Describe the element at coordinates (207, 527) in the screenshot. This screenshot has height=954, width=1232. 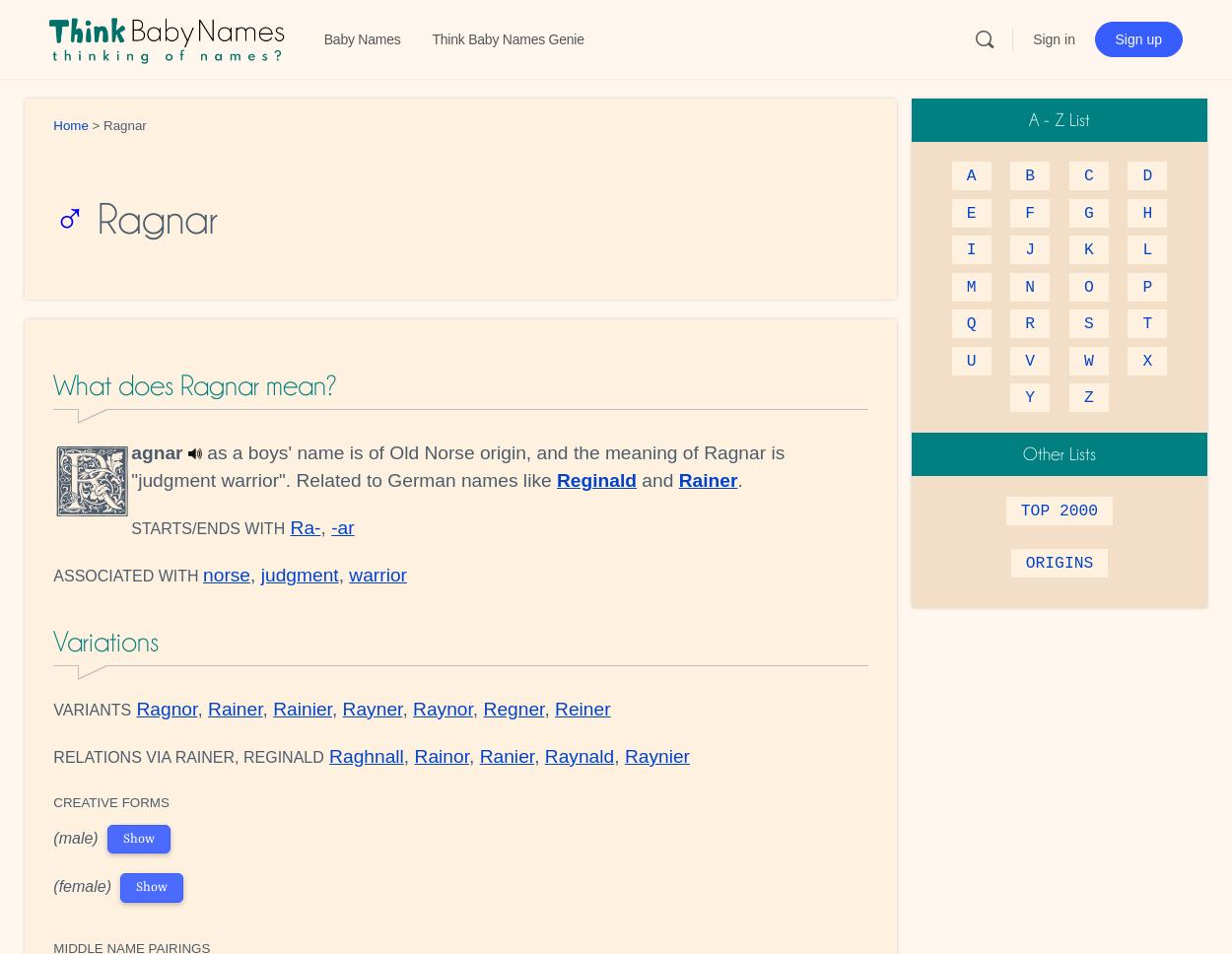
I see `'STARTS/ENDS WITH'` at that location.